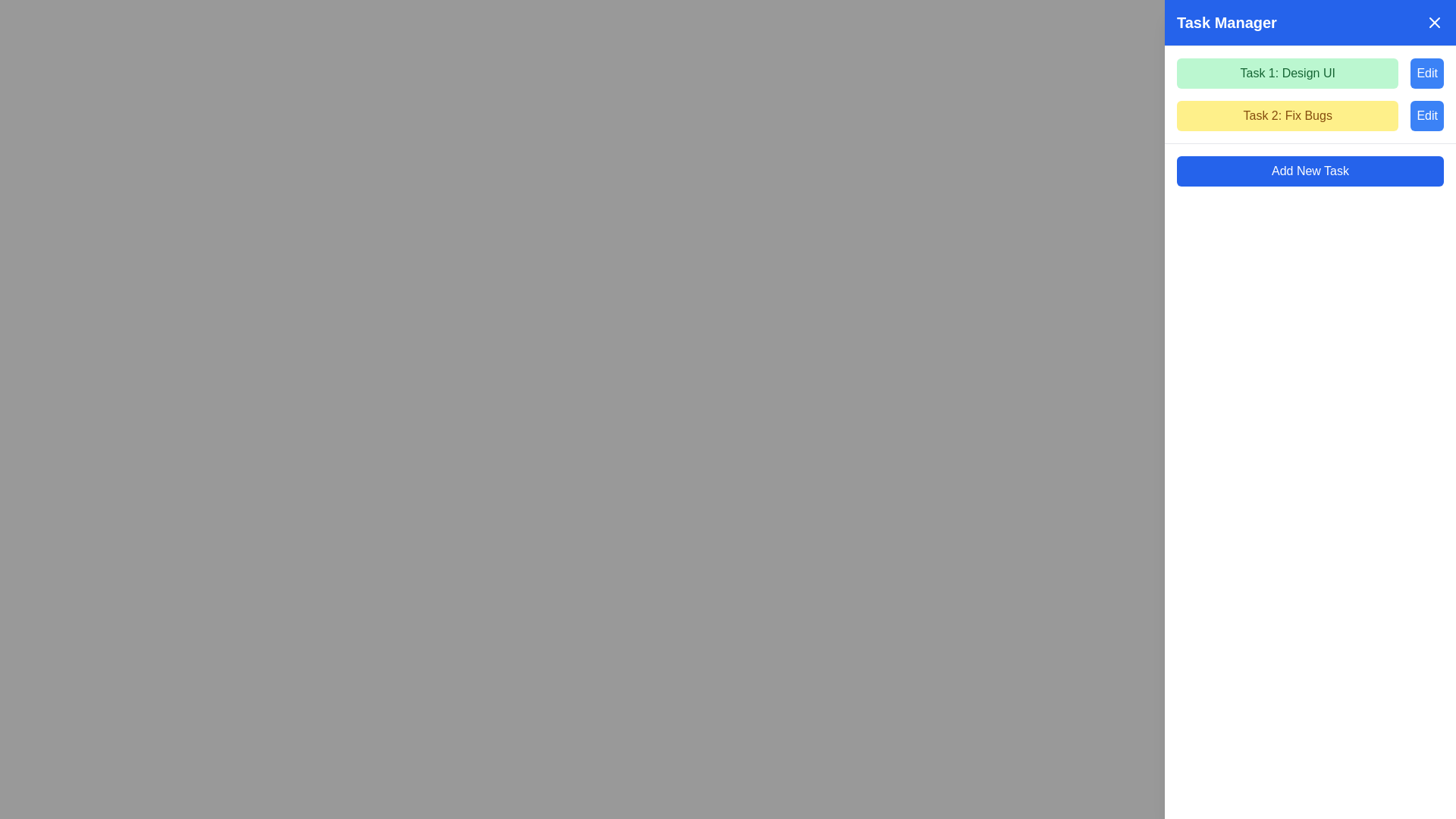 The height and width of the screenshot is (819, 1456). Describe the element at coordinates (1310, 73) in the screenshot. I see `the Task item labeled 'Task 1: Design UI' which features a left-aligned text on a light green background and a right-aligned 'Edit' button on a blue background` at that location.